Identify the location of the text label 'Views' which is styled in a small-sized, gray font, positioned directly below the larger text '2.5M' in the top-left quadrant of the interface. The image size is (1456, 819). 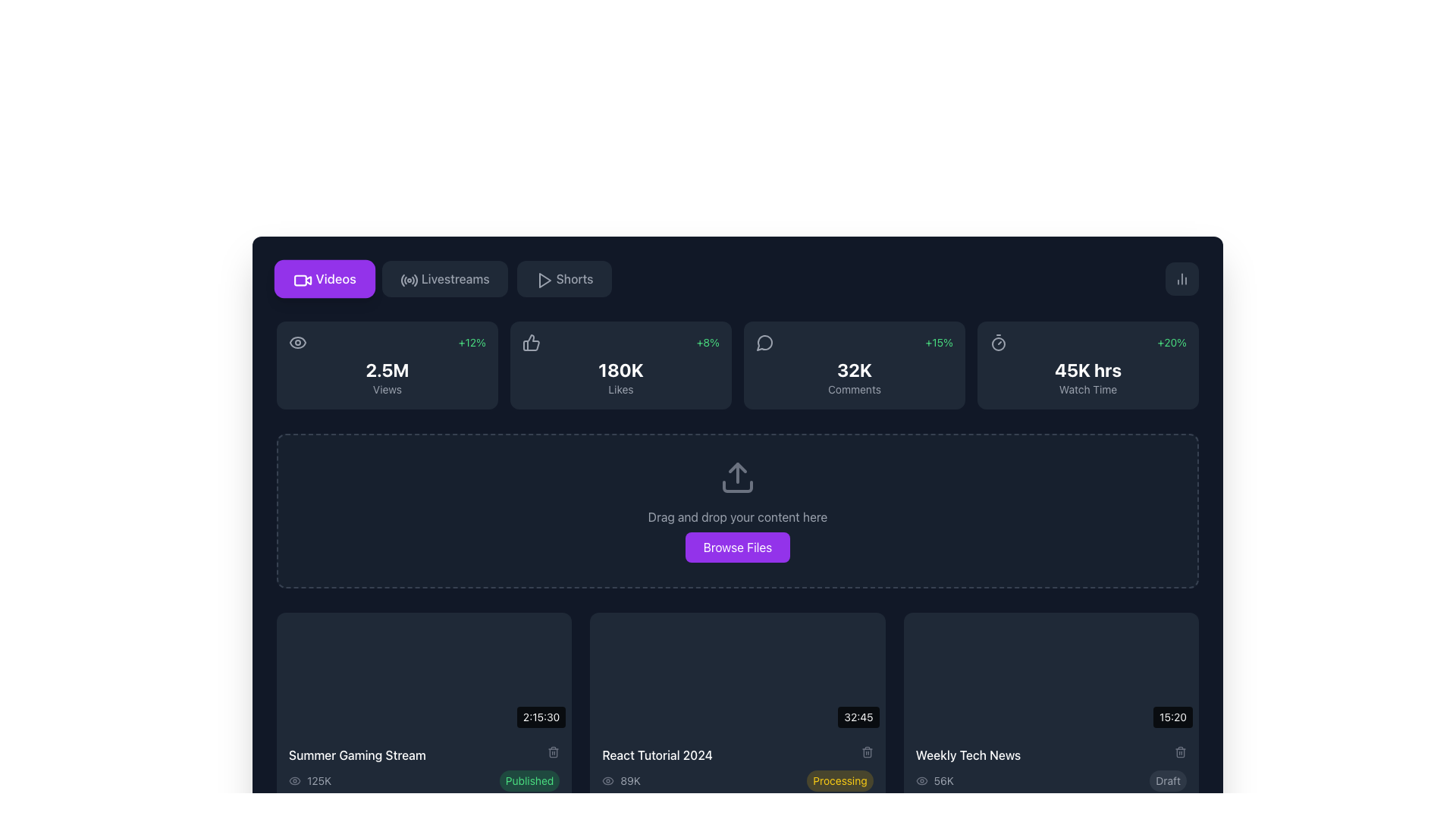
(387, 388).